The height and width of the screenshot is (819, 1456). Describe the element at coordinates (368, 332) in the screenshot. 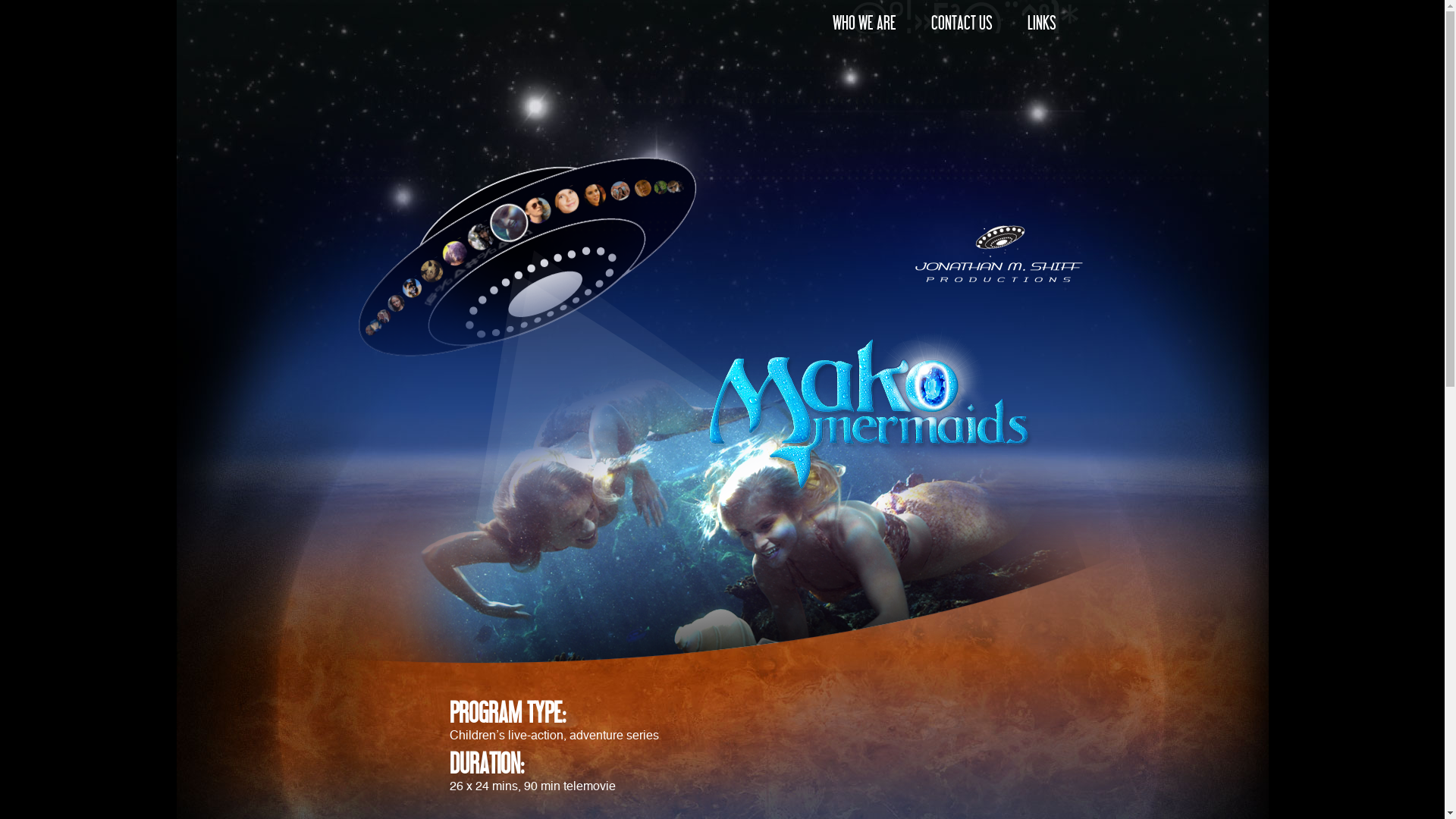

I see `'Horace & Tina'` at that location.